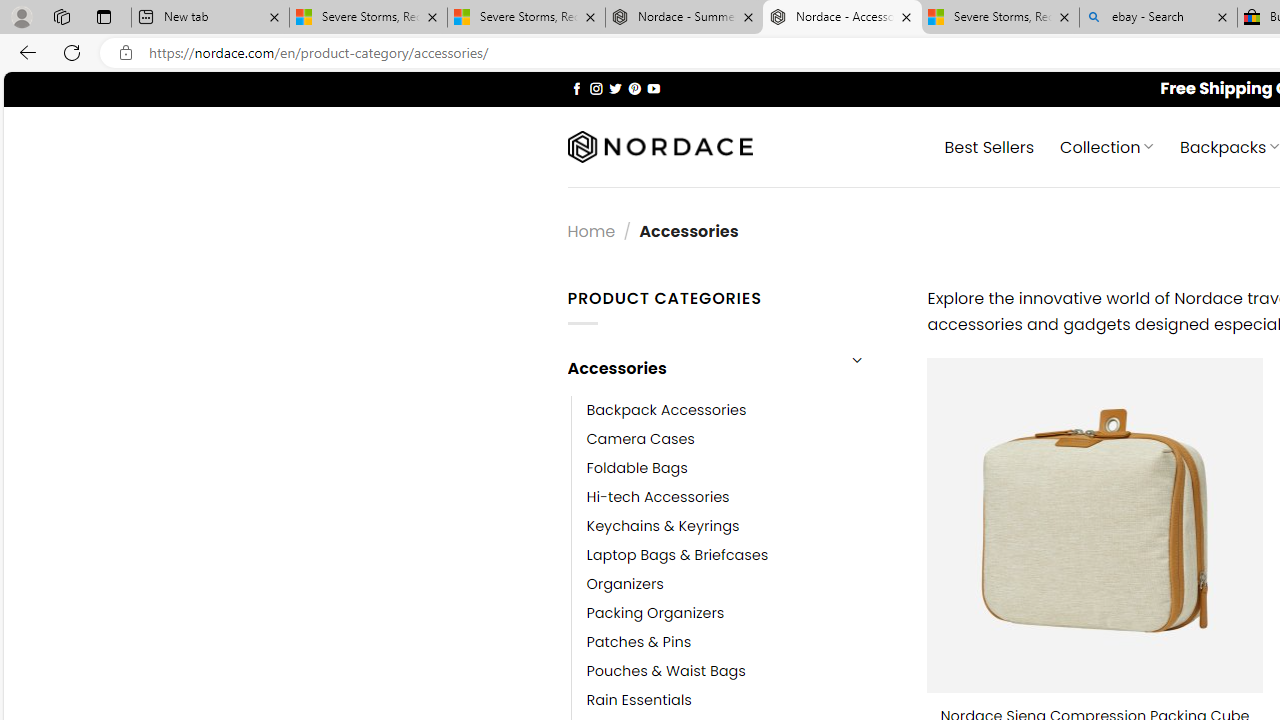 The height and width of the screenshot is (720, 1280). I want to click on 'Follow on YouTube', so click(653, 87).